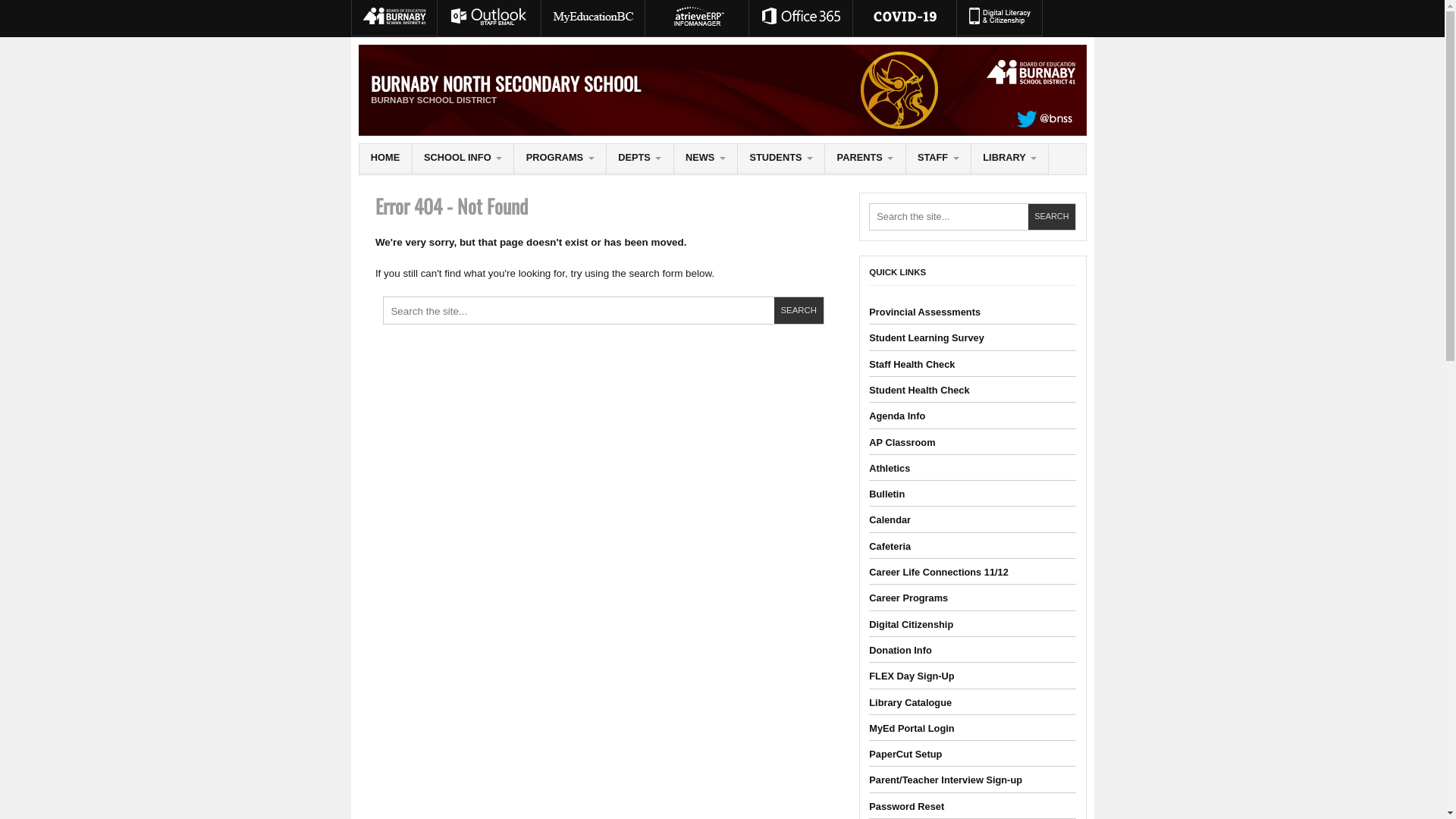  Describe the element at coordinates (869, 572) in the screenshot. I see `'Career Life Connections 11/12'` at that location.